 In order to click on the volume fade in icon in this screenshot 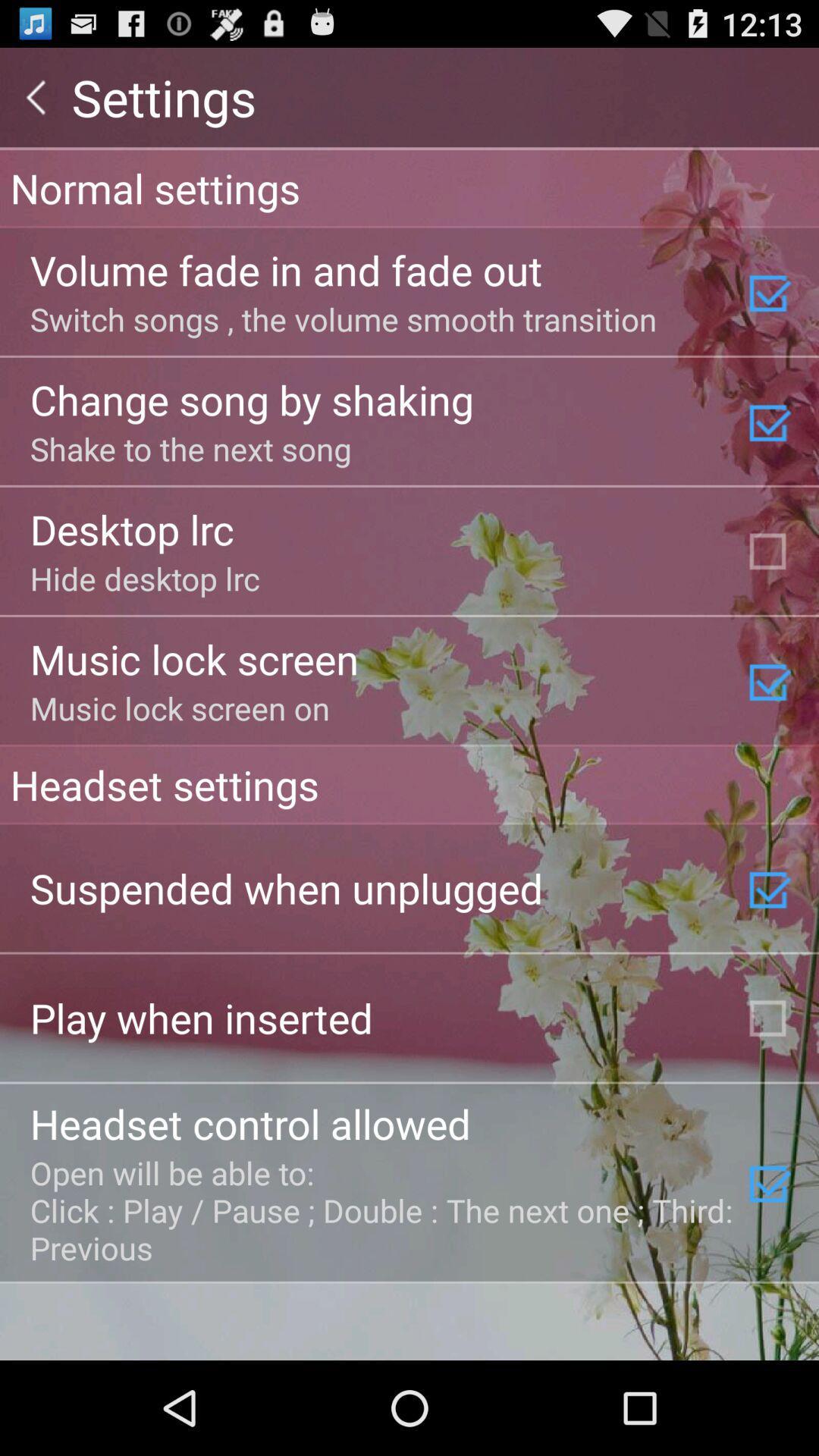, I will do `click(286, 269)`.